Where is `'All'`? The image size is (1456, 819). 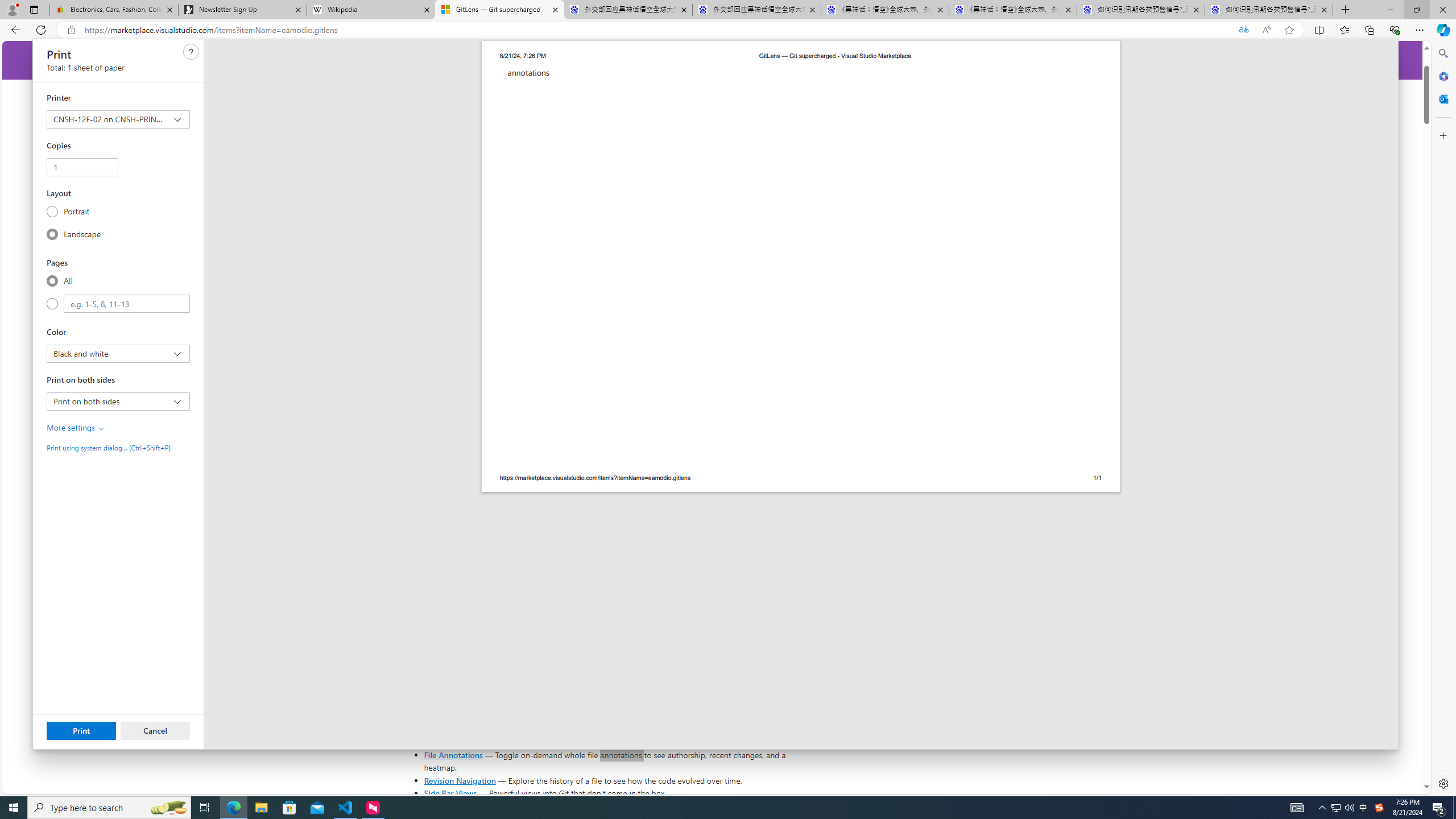 'All' is located at coordinates (52, 280).